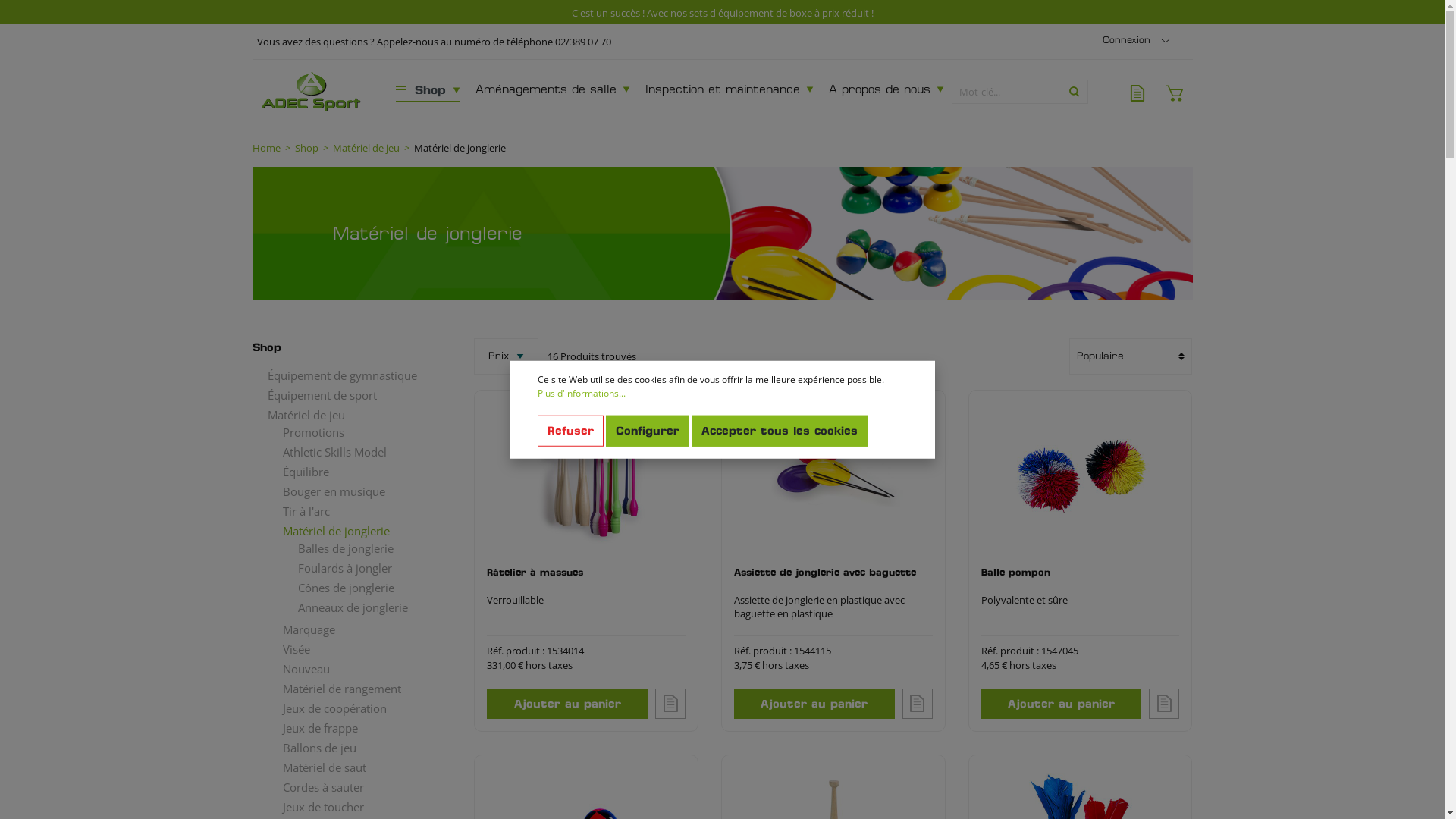 Image resolution: width=1456 pixels, height=819 pixels. I want to click on 'Prix', so click(506, 356).